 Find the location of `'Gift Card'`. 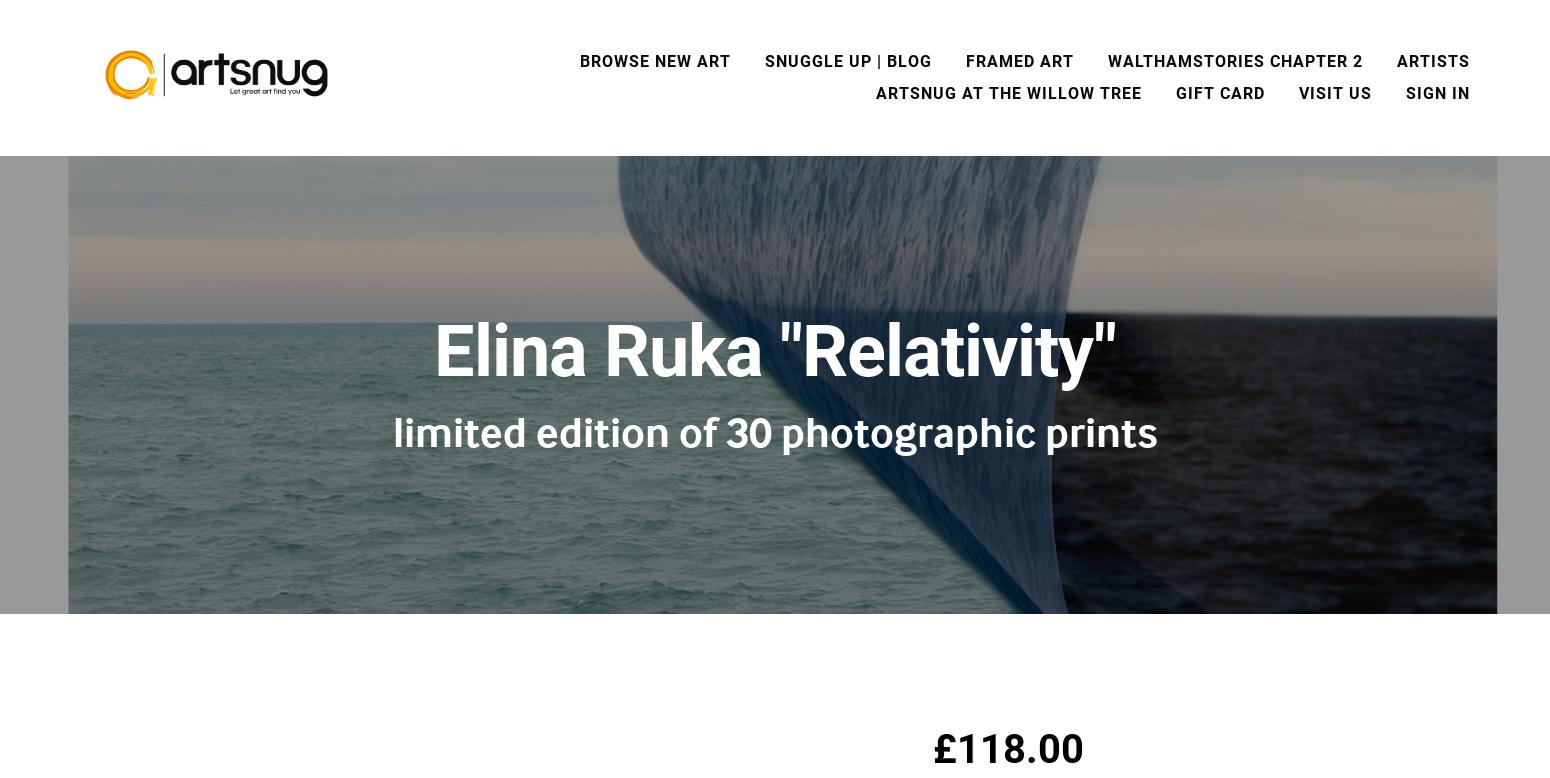

'Gift Card' is located at coordinates (1220, 92).